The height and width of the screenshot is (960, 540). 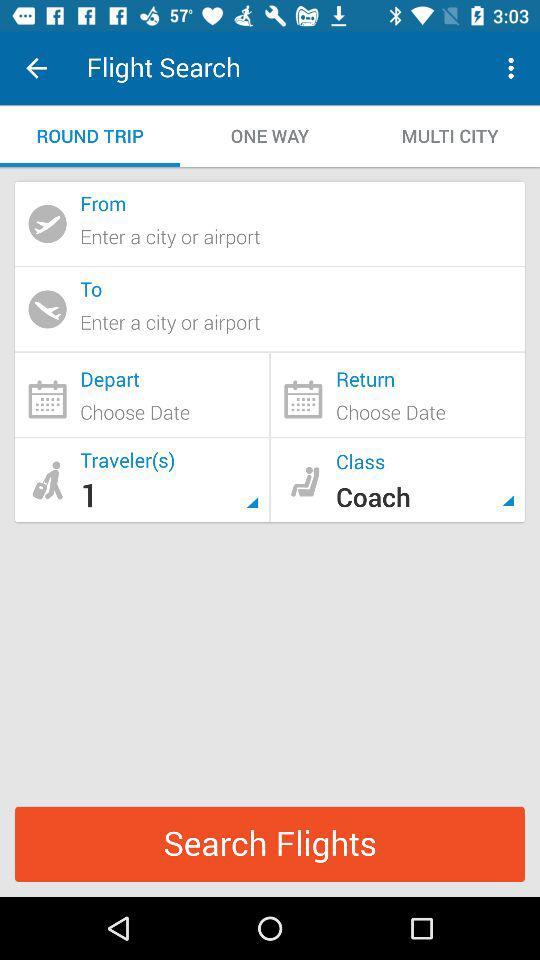 What do you see at coordinates (36, 68) in the screenshot?
I see `item to the left of the flight search` at bounding box center [36, 68].